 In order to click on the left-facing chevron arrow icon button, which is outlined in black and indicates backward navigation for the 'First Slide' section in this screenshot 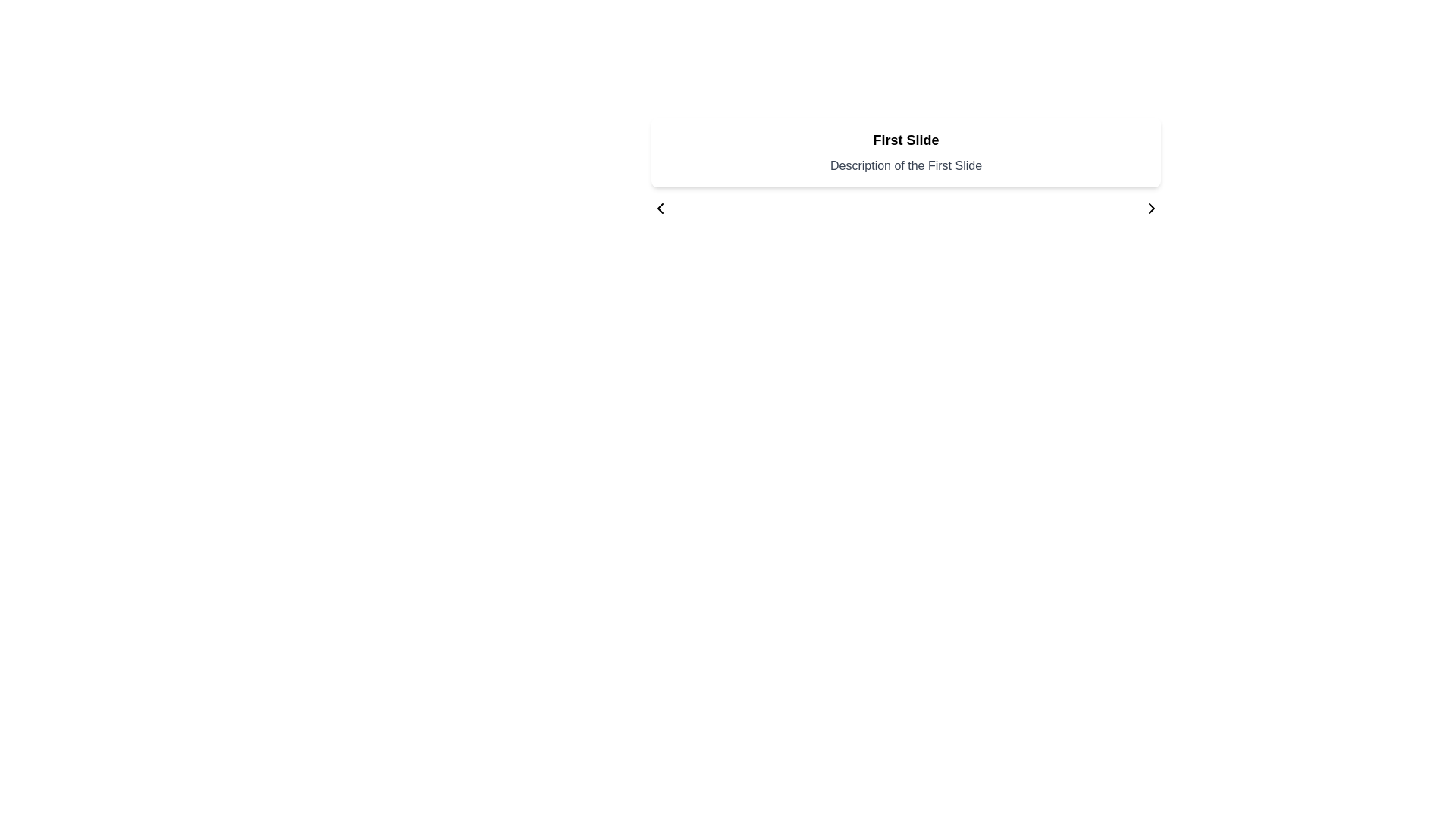, I will do `click(660, 208)`.